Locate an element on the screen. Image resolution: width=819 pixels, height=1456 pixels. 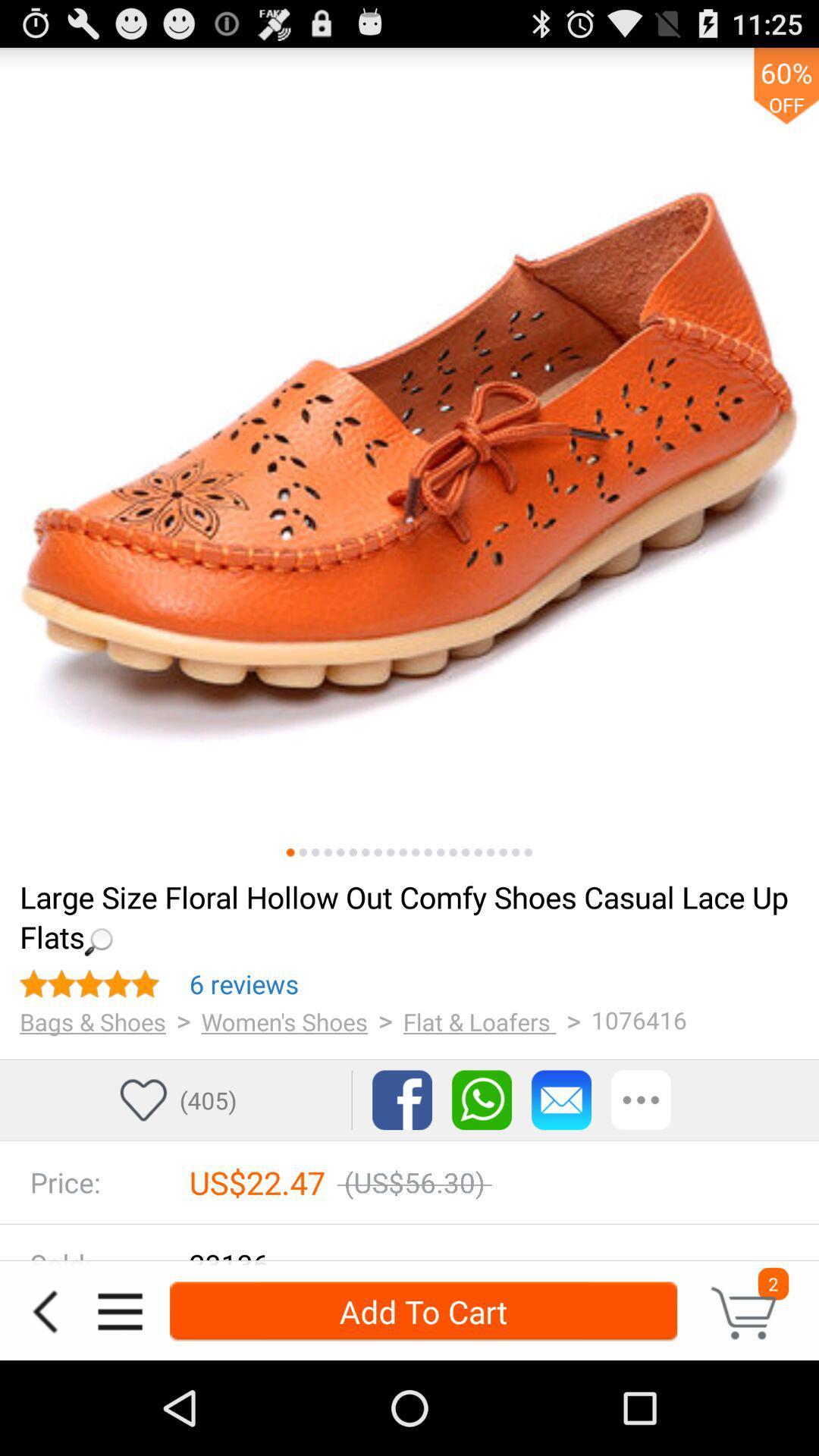
other options of sharing is located at coordinates (641, 1100).